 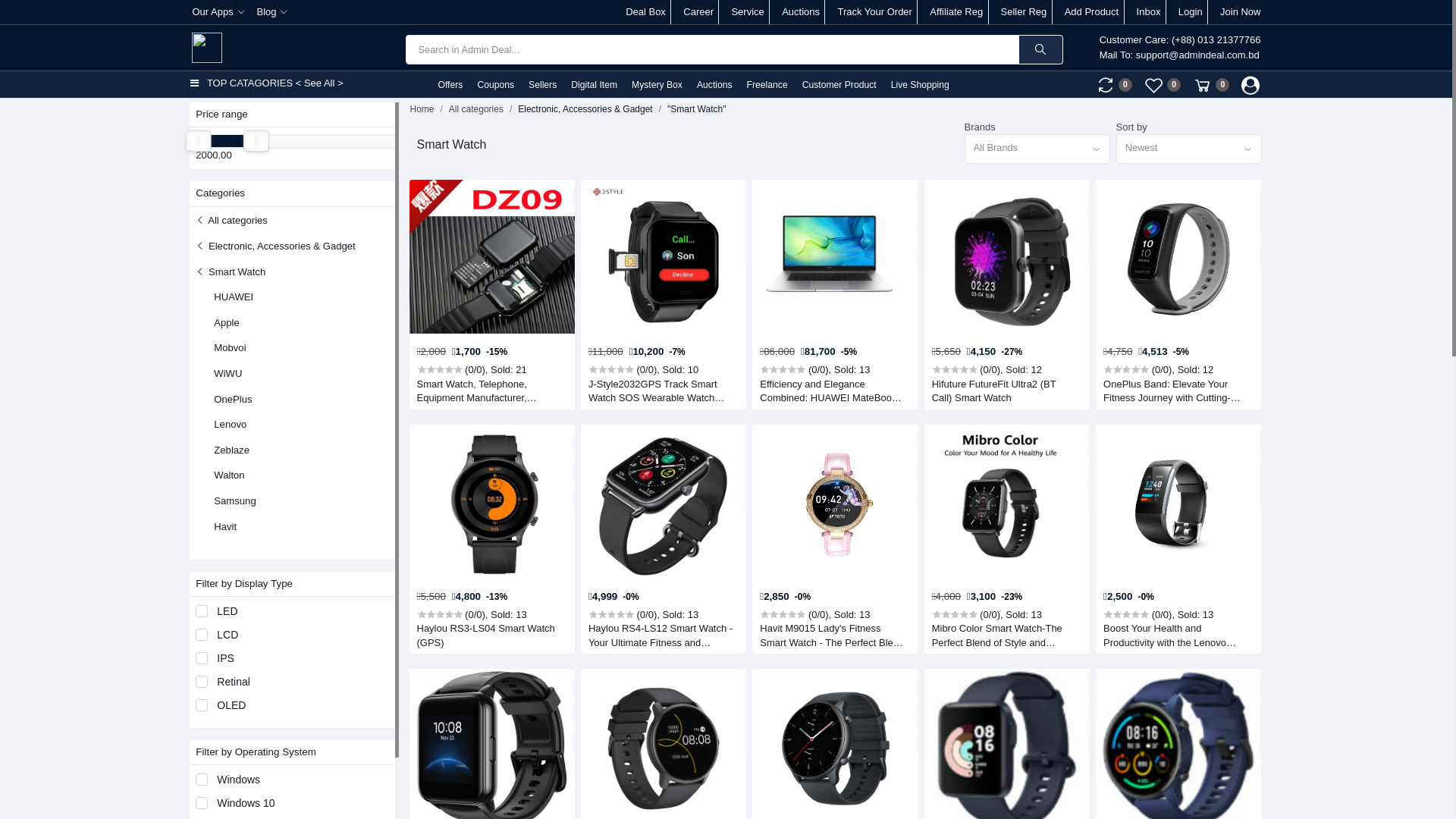 I want to click on 'All categories', so click(x=231, y=220).